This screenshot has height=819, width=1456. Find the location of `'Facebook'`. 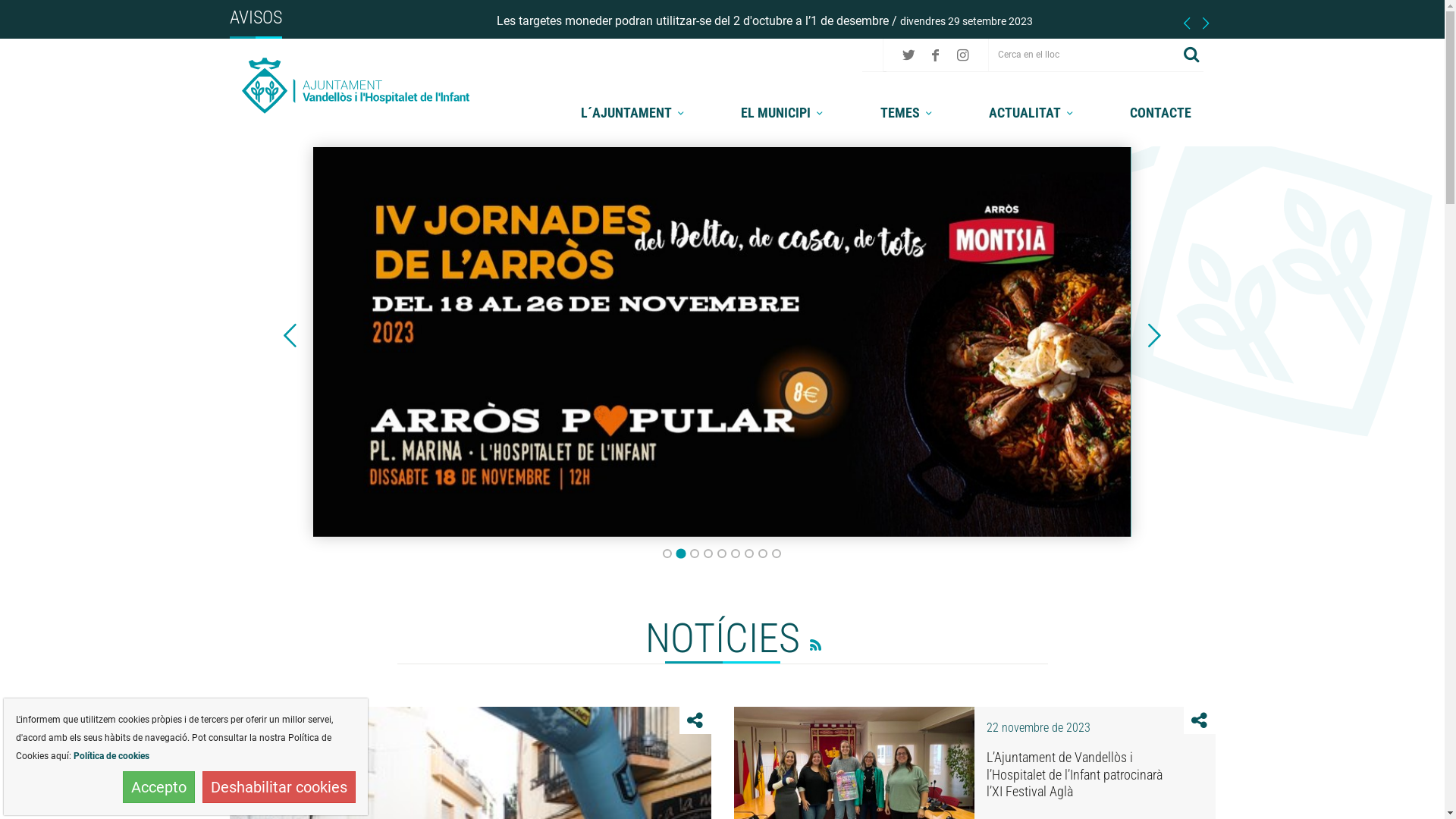

'Facebook' is located at coordinates (924, 54).